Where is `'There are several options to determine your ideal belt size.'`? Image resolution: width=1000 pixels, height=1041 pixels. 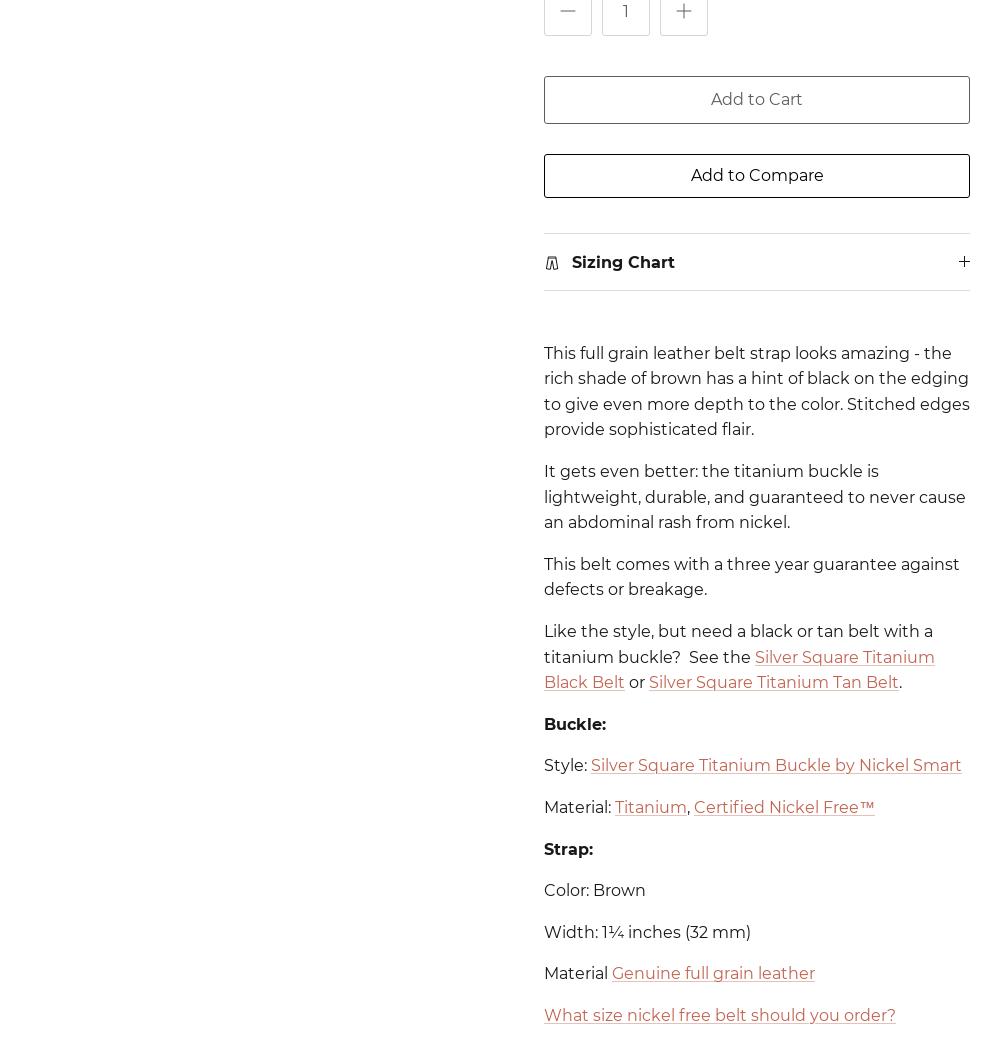
'There are several options to determine your ideal belt size.' is located at coordinates (575, 911).